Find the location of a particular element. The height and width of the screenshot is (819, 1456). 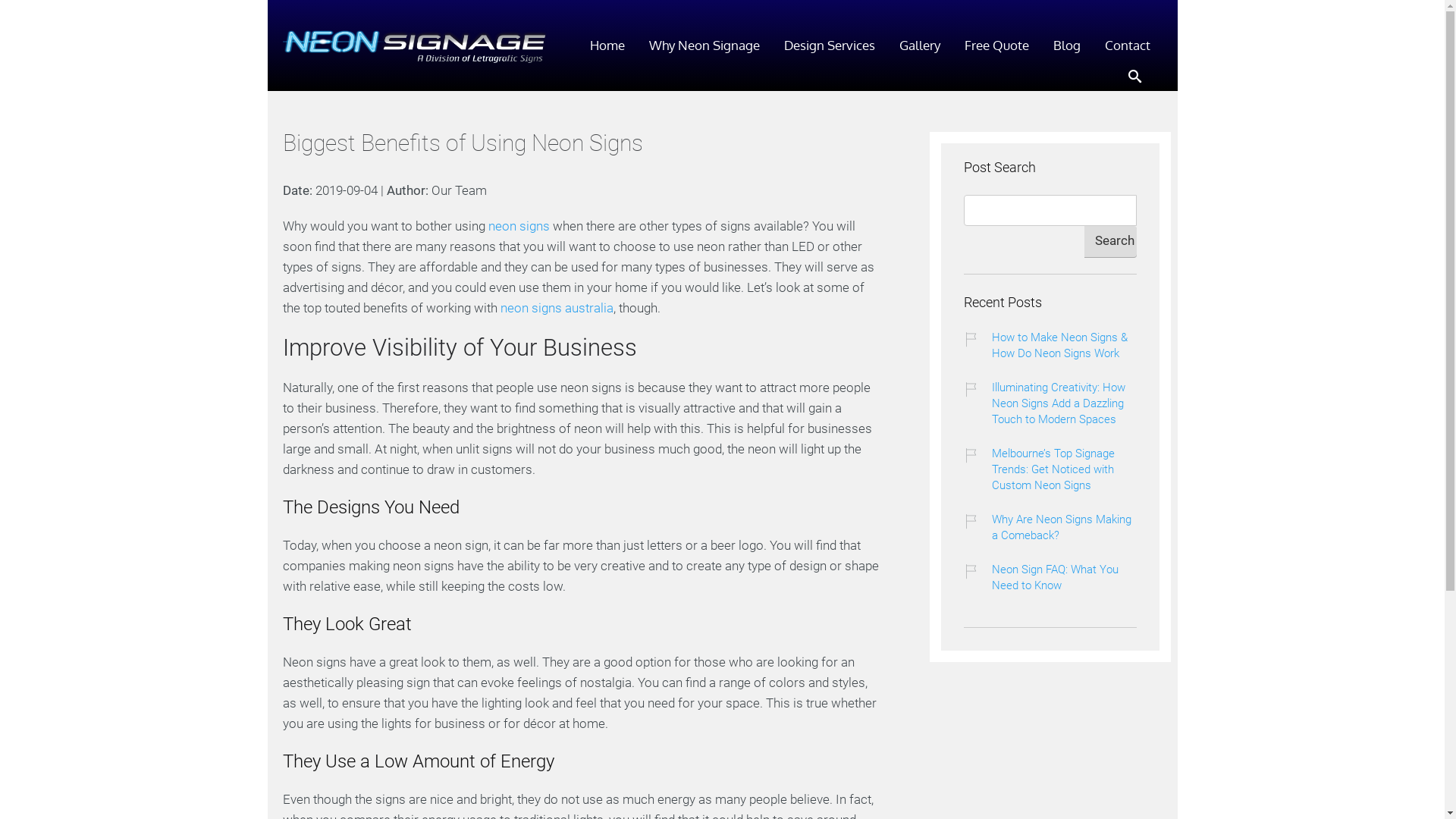

'Search' is located at coordinates (1110, 240).